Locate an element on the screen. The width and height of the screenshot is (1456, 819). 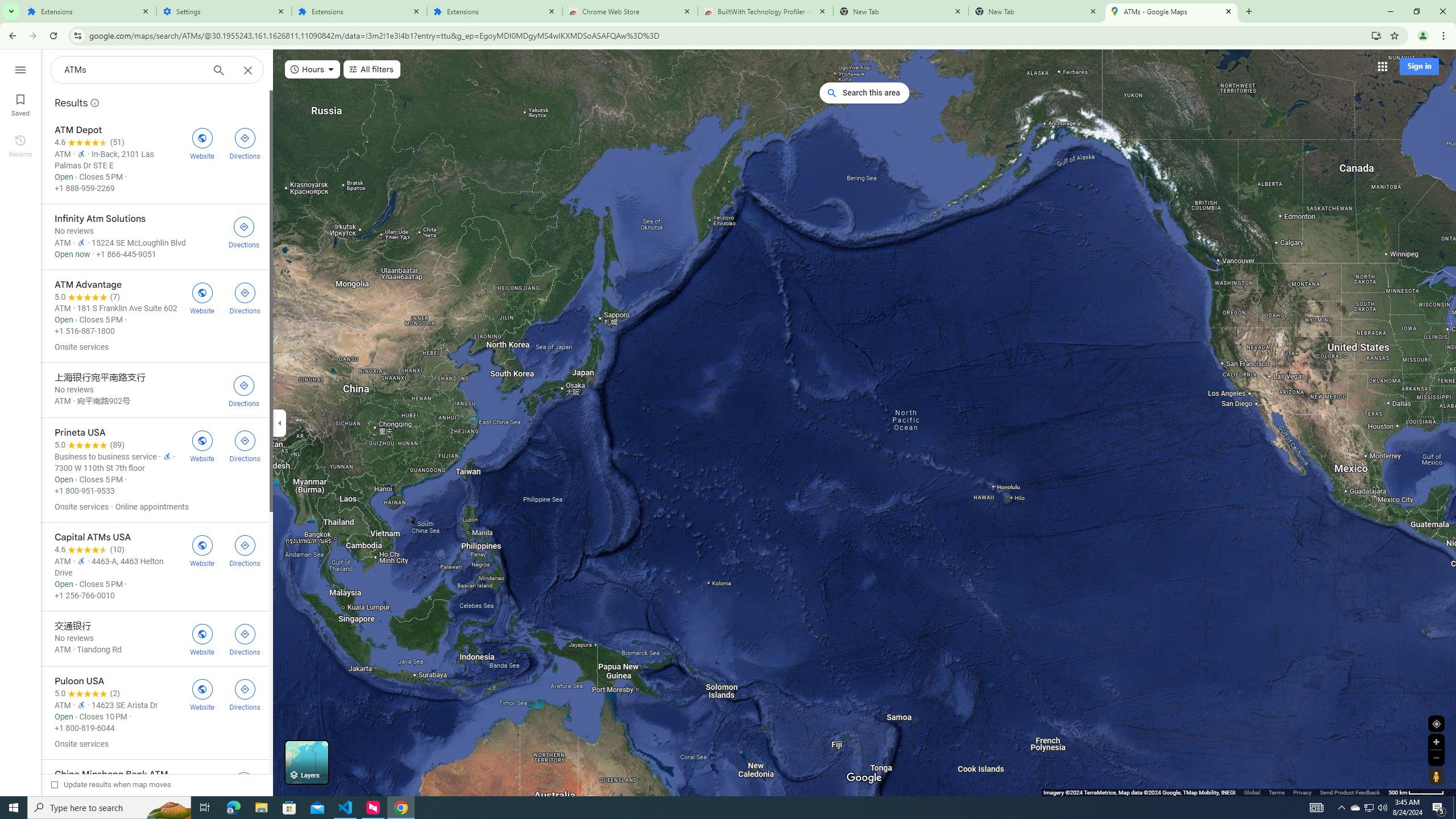
'New Tab' is located at coordinates (1036, 11).